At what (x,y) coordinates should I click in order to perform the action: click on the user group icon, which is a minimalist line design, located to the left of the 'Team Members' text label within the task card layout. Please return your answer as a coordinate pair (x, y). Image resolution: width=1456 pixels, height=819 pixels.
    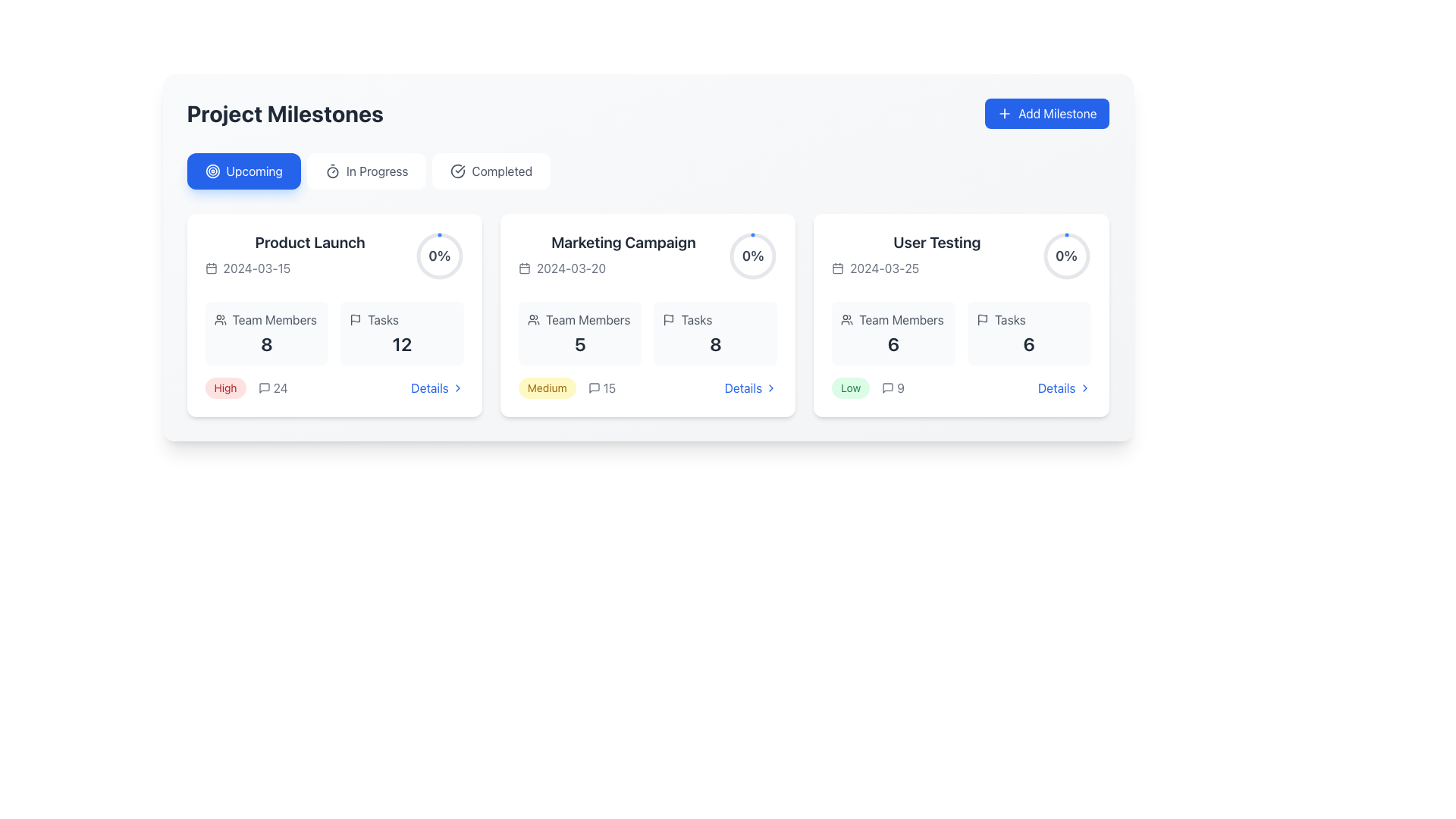
    Looking at the image, I should click on (846, 318).